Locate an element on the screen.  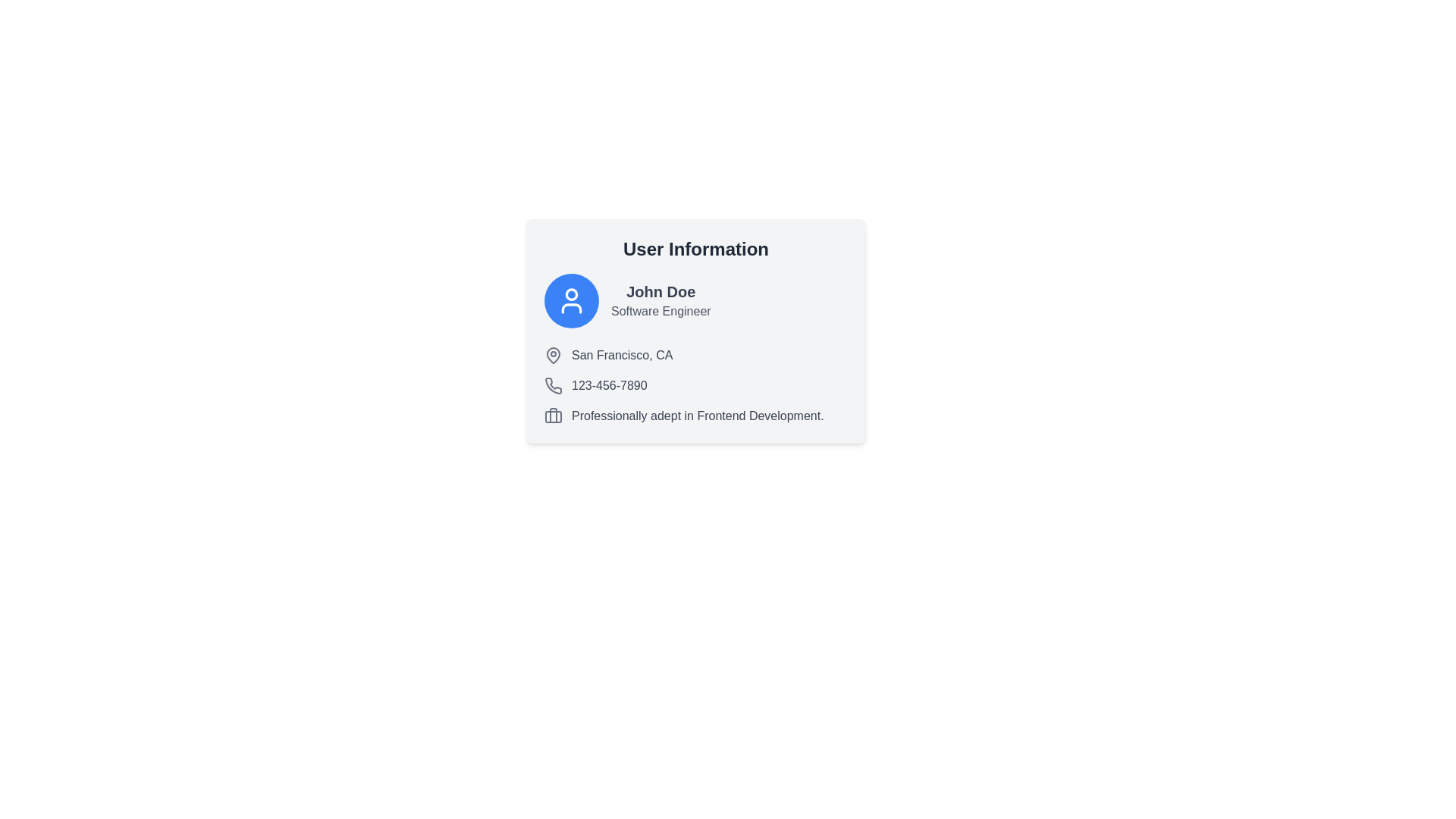
the descriptive text label that provides information about the user's professional expertise, located at the bottom of the user information card is located at coordinates (697, 416).